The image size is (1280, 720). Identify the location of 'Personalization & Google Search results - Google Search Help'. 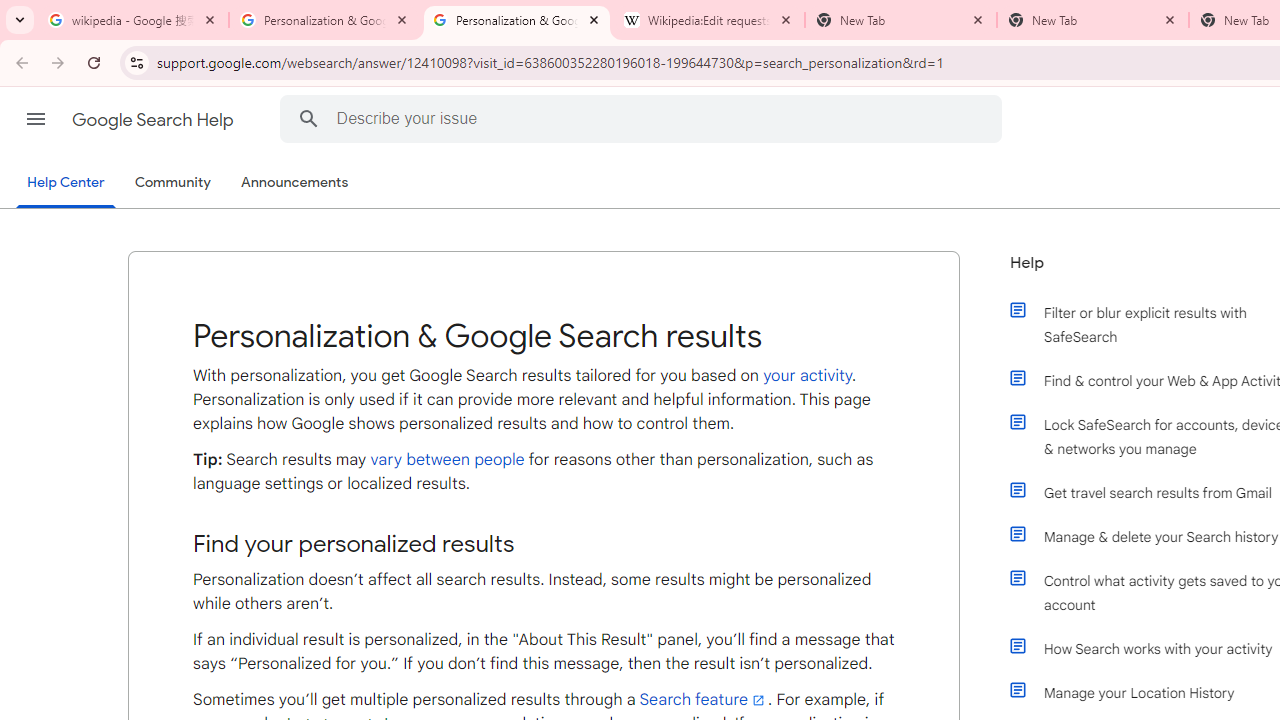
(517, 20).